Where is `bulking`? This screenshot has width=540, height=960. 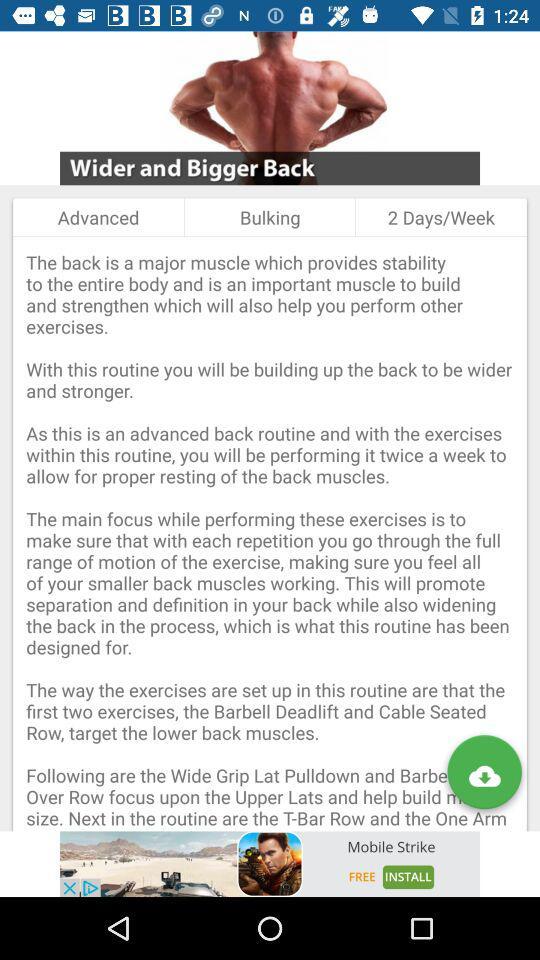
bulking is located at coordinates (270, 217).